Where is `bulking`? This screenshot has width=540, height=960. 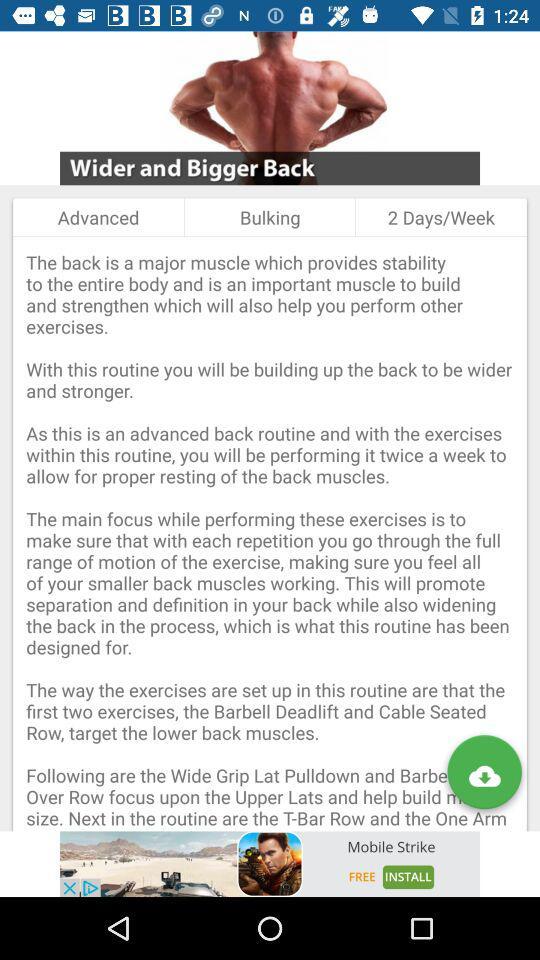
bulking is located at coordinates (270, 217).